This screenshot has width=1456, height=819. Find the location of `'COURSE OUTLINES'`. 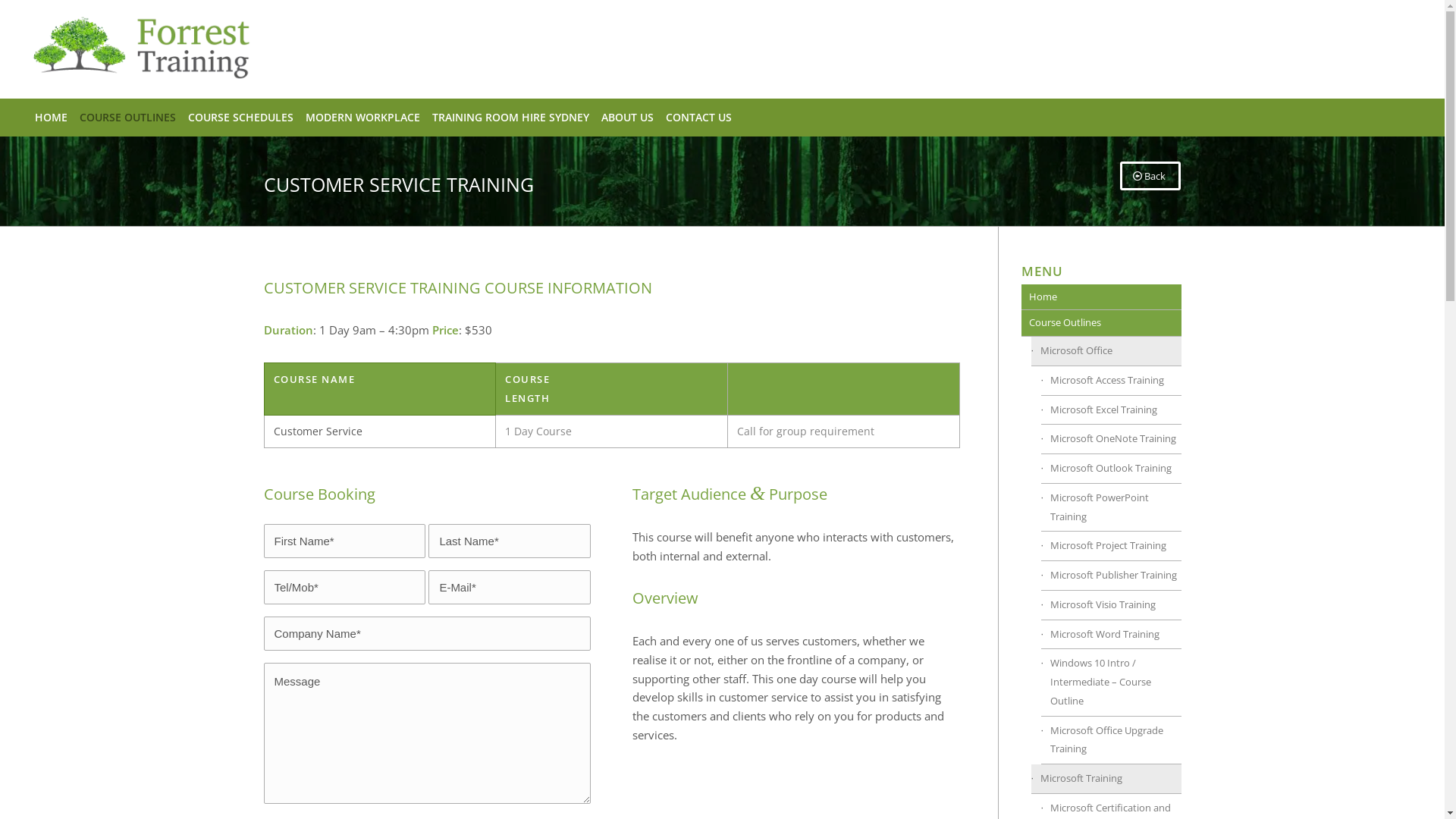

'COURSE OUTLINES' is located at coordinates (127, 116).